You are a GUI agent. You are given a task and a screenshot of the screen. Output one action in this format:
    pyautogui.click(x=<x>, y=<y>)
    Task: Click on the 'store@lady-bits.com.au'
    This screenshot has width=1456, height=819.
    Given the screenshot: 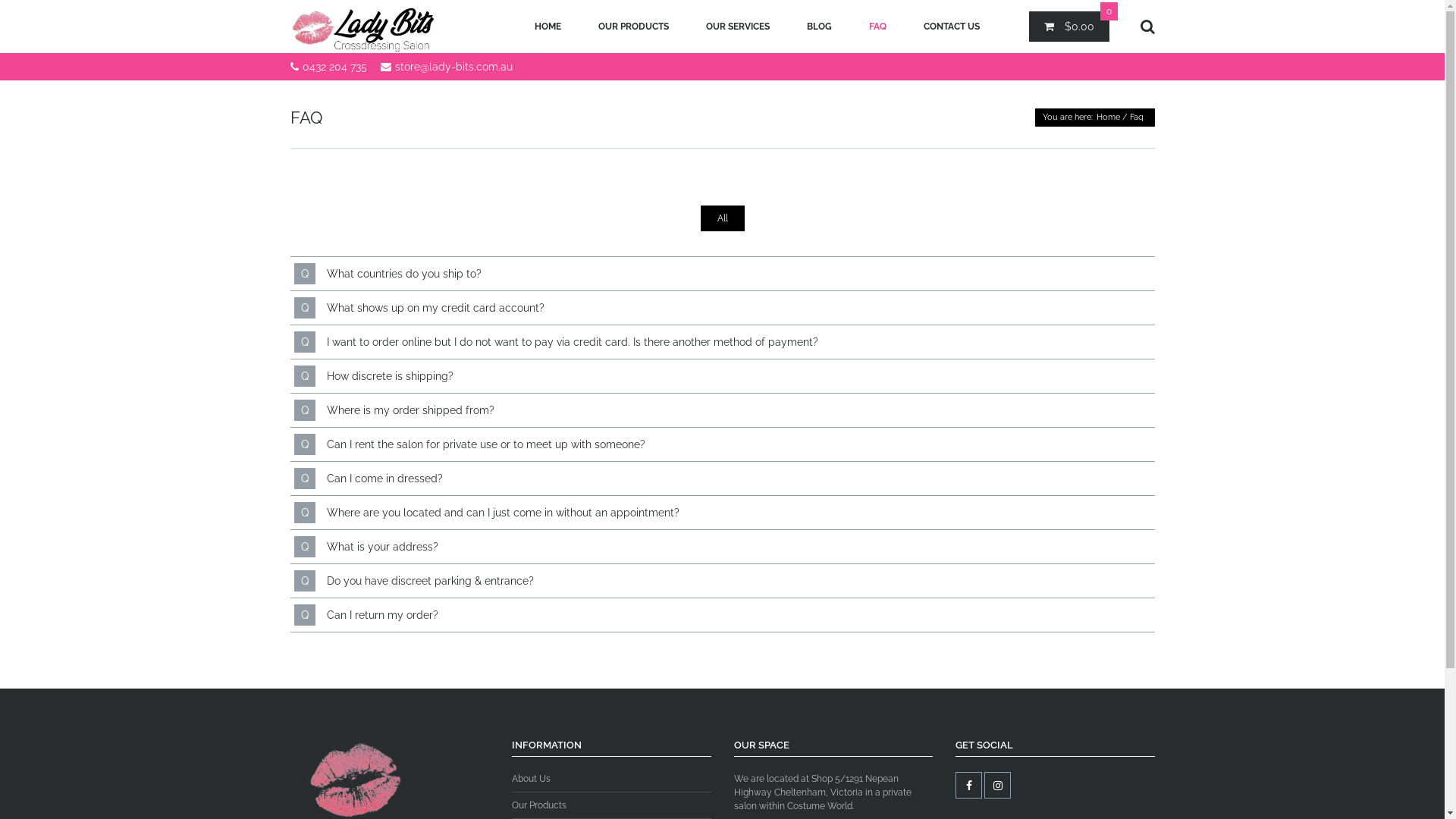 What is the action you would take?
    pyautogui.click(x=452, y=66)
    